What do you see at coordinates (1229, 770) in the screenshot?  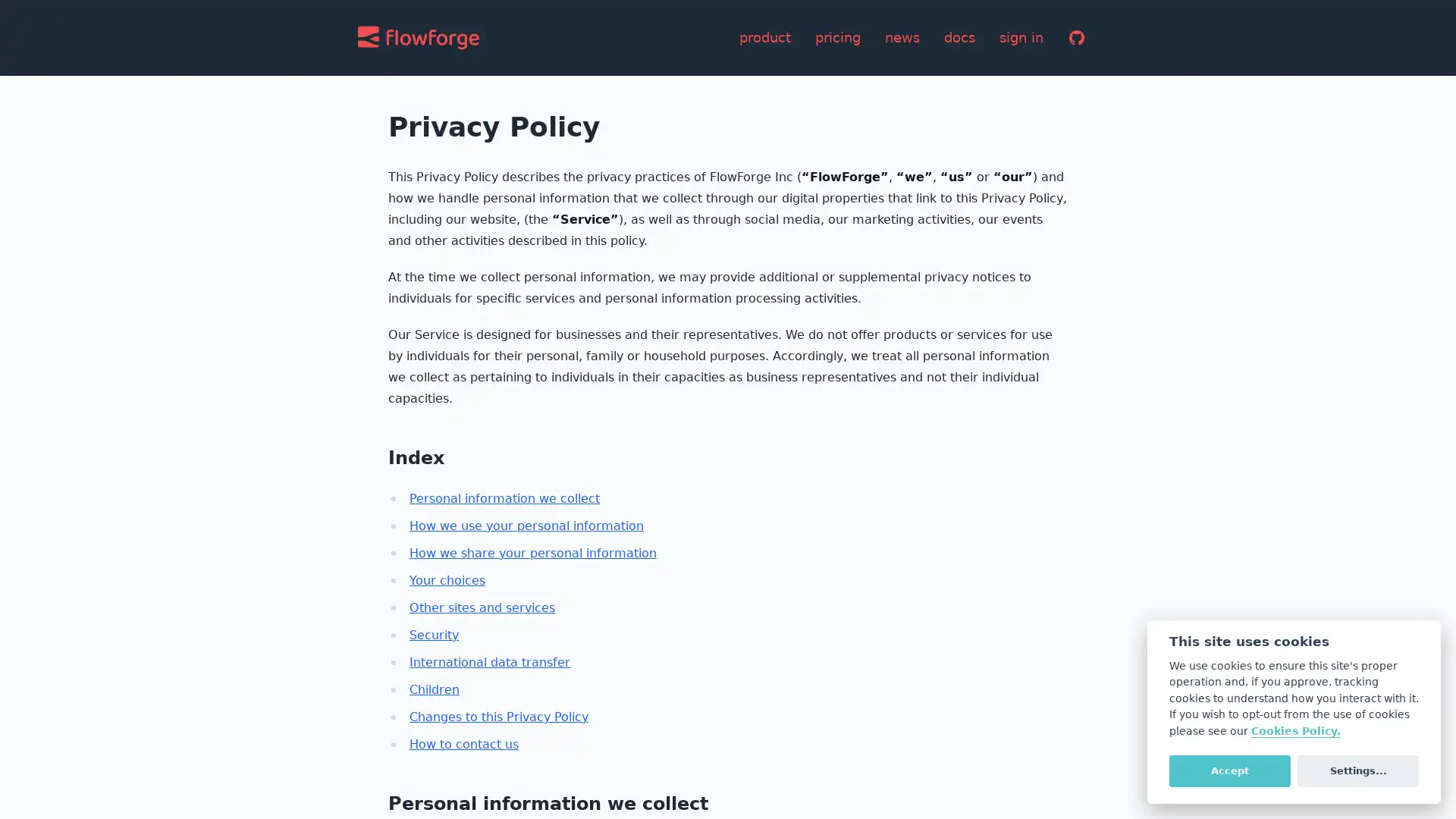 I see `Accept` at bounding box center [1229, 770].